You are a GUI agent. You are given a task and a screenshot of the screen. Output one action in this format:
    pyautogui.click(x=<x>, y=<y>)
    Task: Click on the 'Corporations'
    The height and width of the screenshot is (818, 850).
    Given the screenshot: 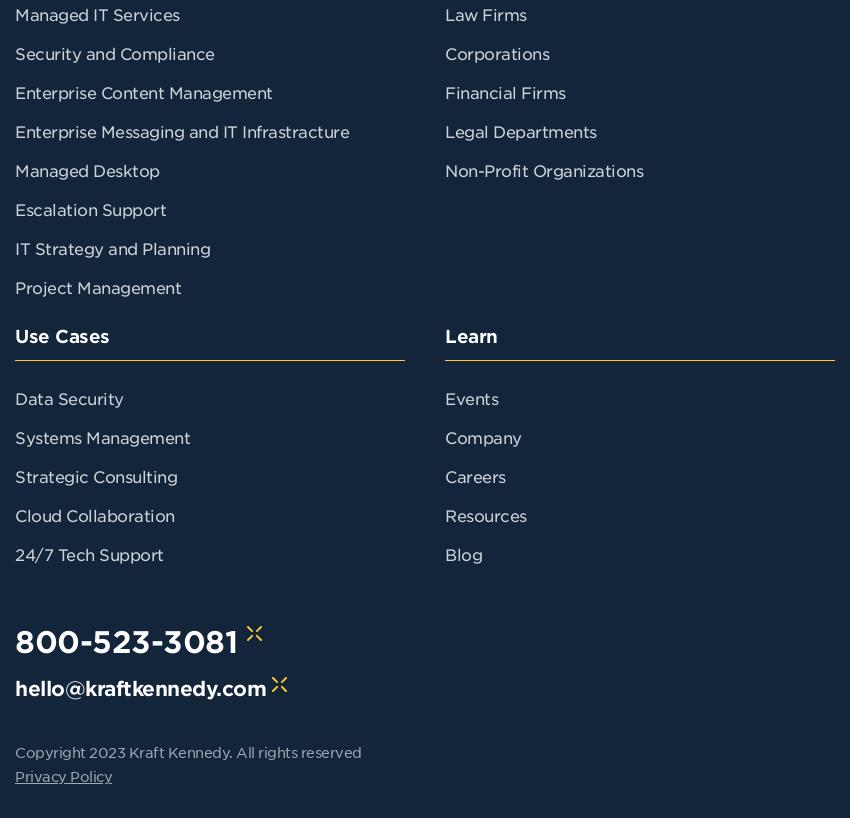 What is the action you would take?
    pyautogui.click(x=443, y=52)
    